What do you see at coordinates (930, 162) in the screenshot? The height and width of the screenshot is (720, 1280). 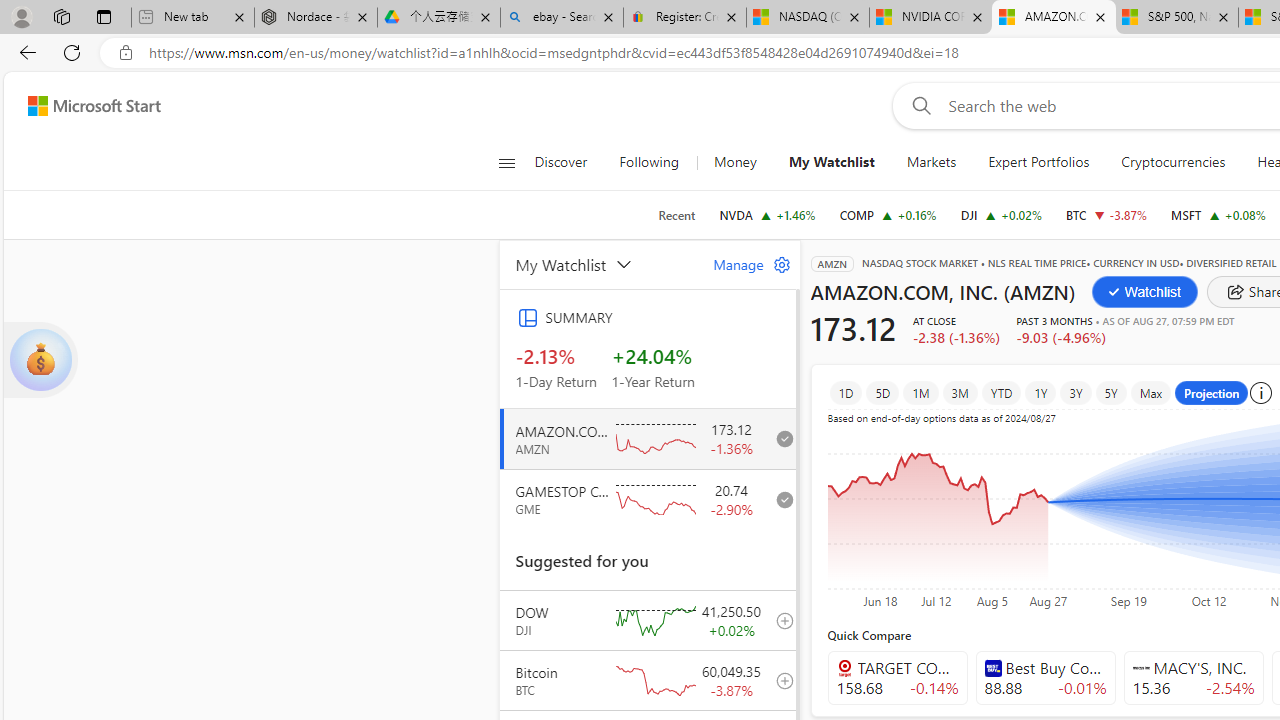 I see `'Markets'` at bounding box center [930, 162].